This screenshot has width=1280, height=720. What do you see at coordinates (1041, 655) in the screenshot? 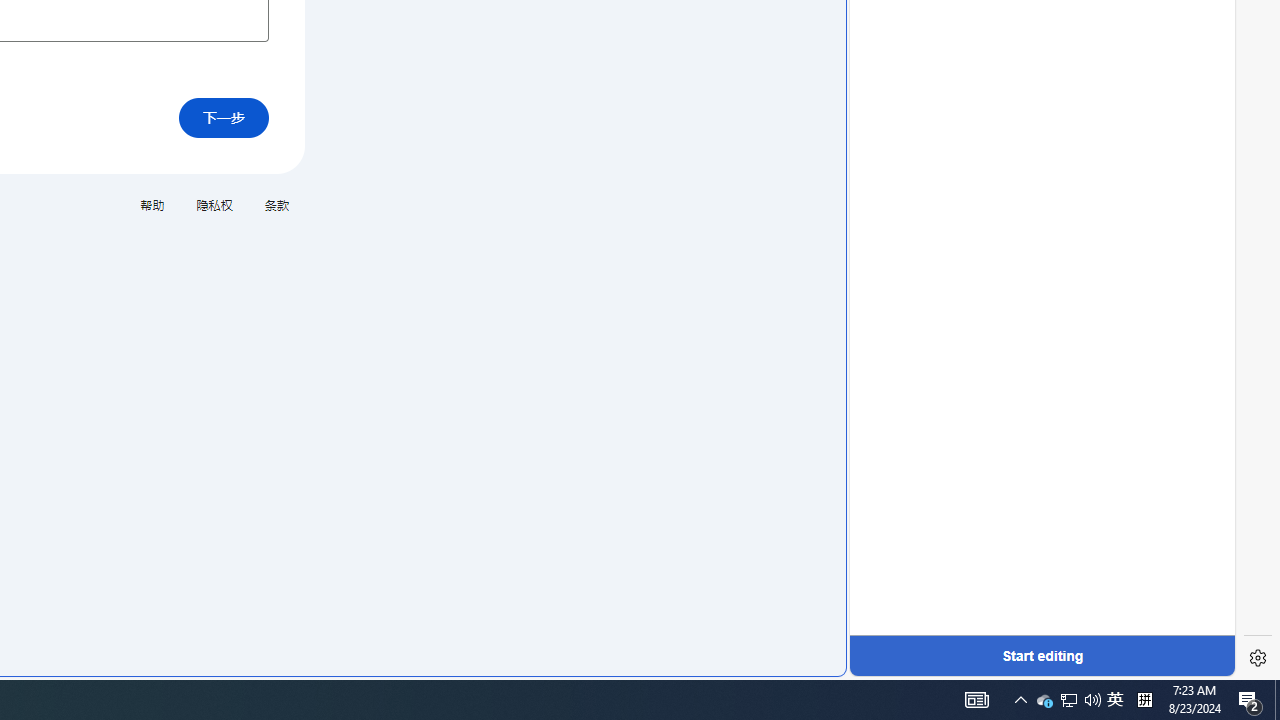
I see `'Start editing'` at bounding box center [1041, 655].